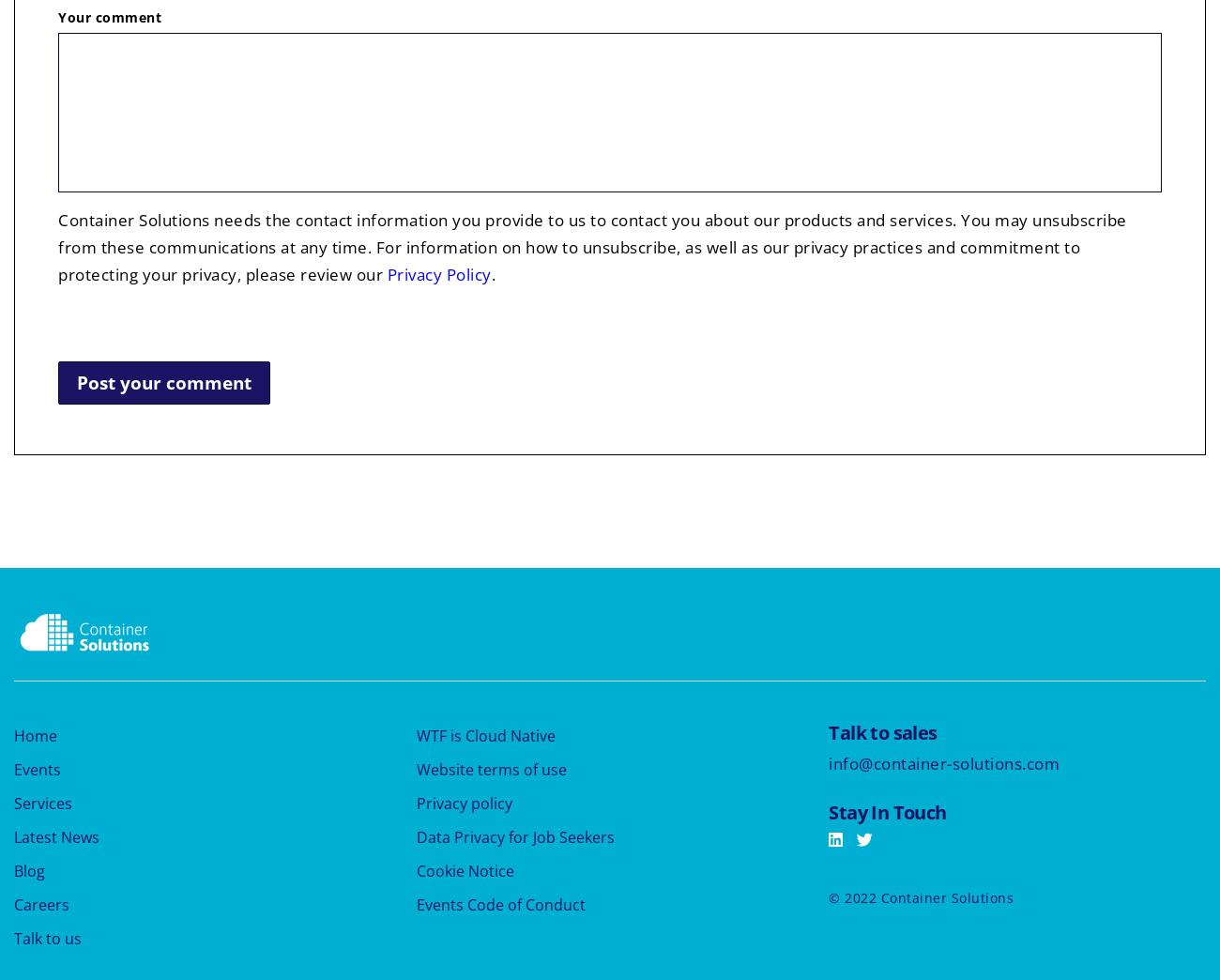  Describe the element at coordinates (920, 896) in the screenshot. I see `'© 2022 Container Solutions'` at that location.